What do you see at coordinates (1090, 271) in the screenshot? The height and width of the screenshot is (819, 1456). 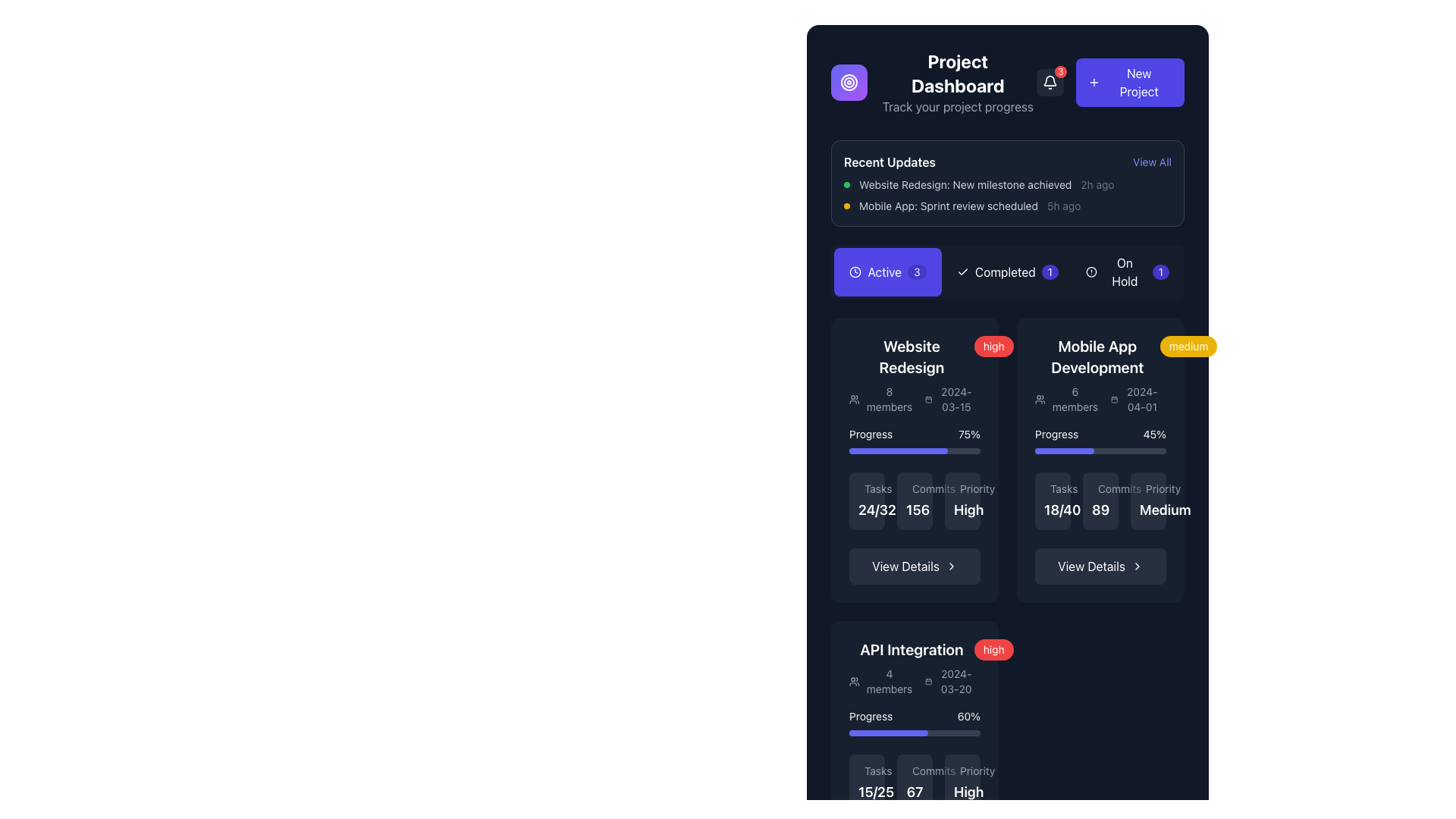 I see `the status indicator icon located to the left of the 'On Hold' text` at bounding box center [1090, 271].